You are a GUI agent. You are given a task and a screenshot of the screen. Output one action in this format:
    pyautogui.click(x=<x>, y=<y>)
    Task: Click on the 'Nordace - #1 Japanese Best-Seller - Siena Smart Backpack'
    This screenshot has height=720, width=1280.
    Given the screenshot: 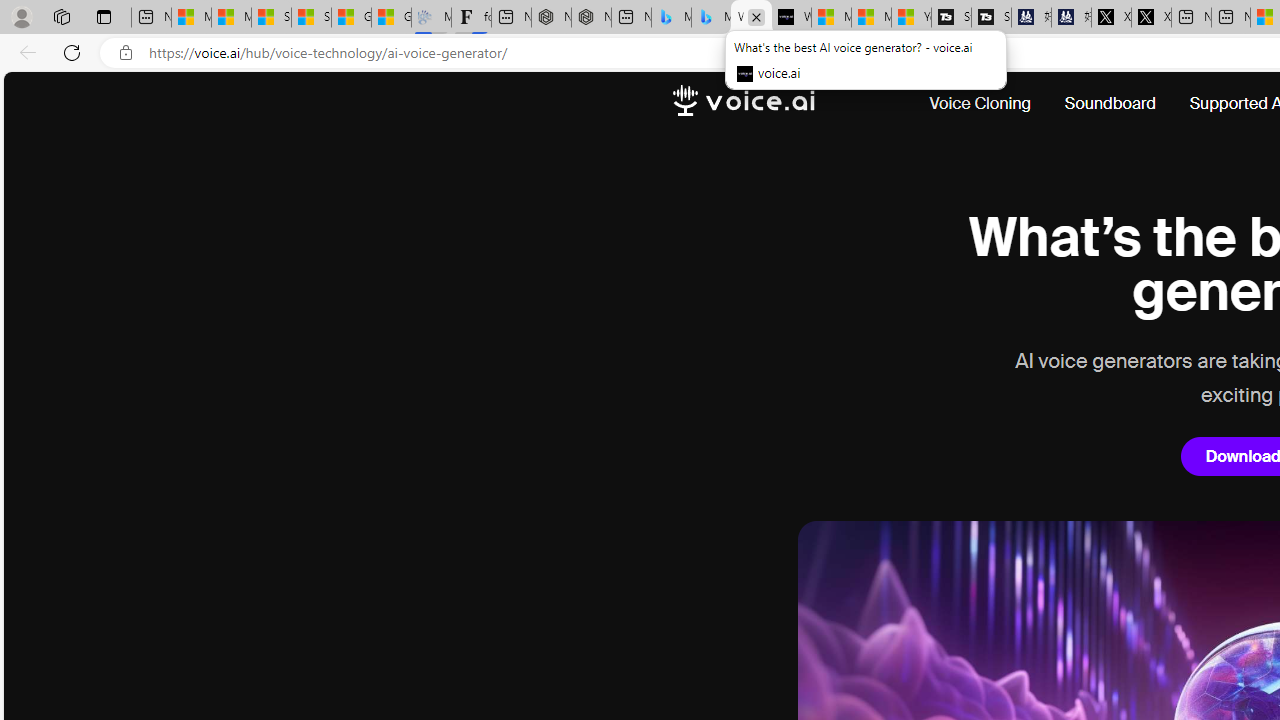 What is the action you would take?
    pyautogui.click(x=590, y=17)
    